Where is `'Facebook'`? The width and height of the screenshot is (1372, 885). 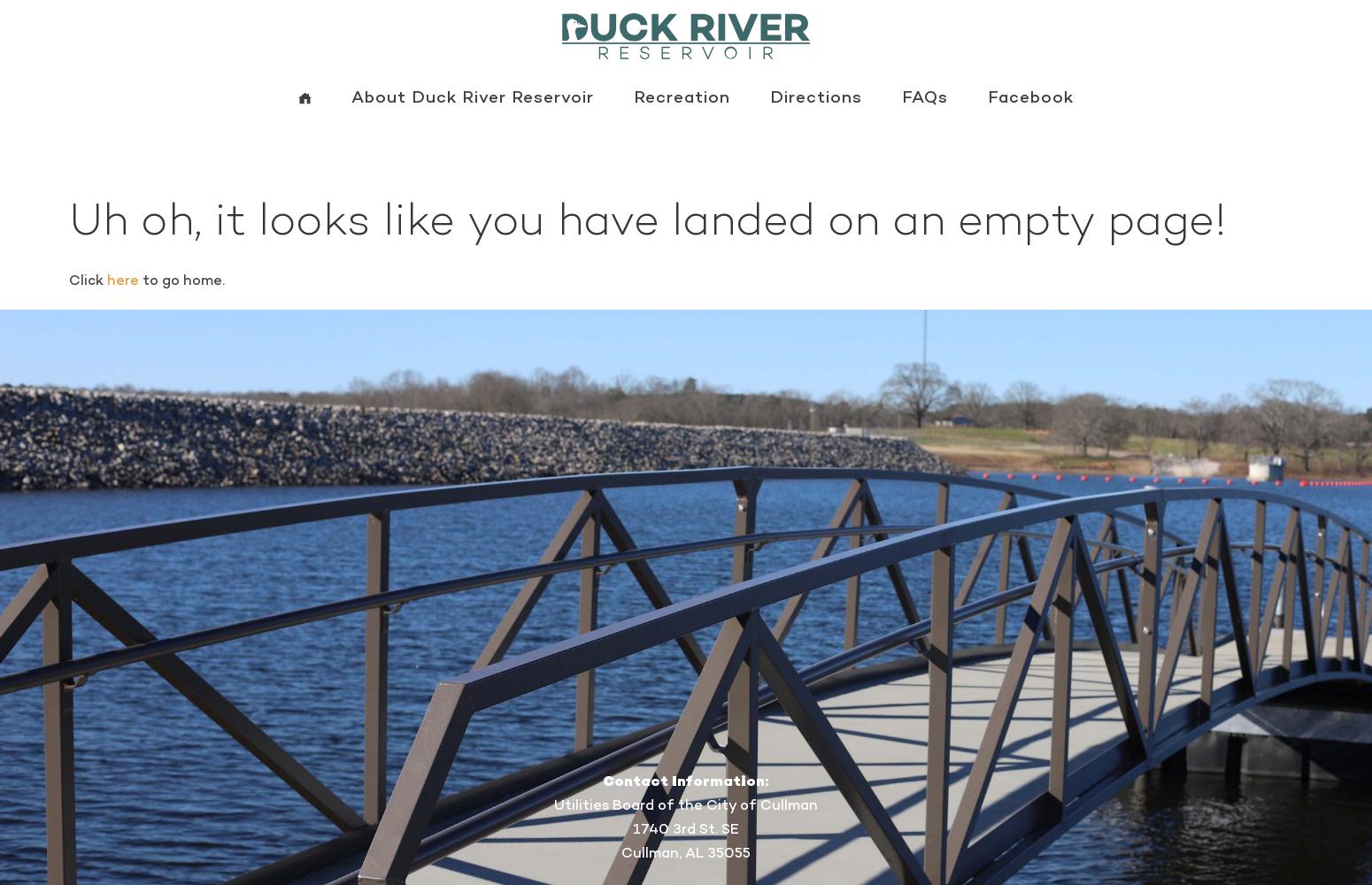 'Facebook' is located at coordinates (1030, 95).